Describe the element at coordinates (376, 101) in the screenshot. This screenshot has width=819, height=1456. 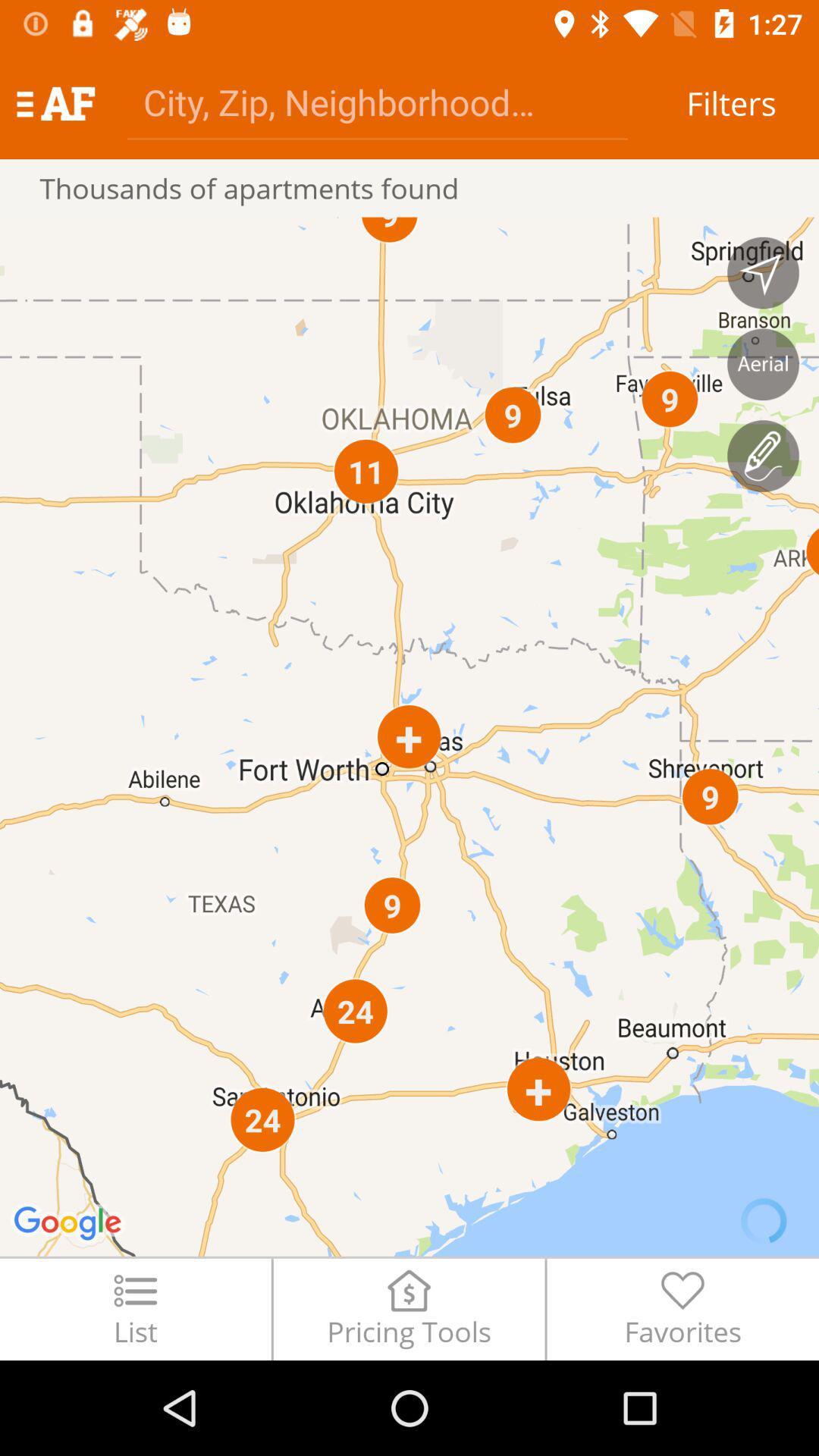
I see `address bar` at that location.